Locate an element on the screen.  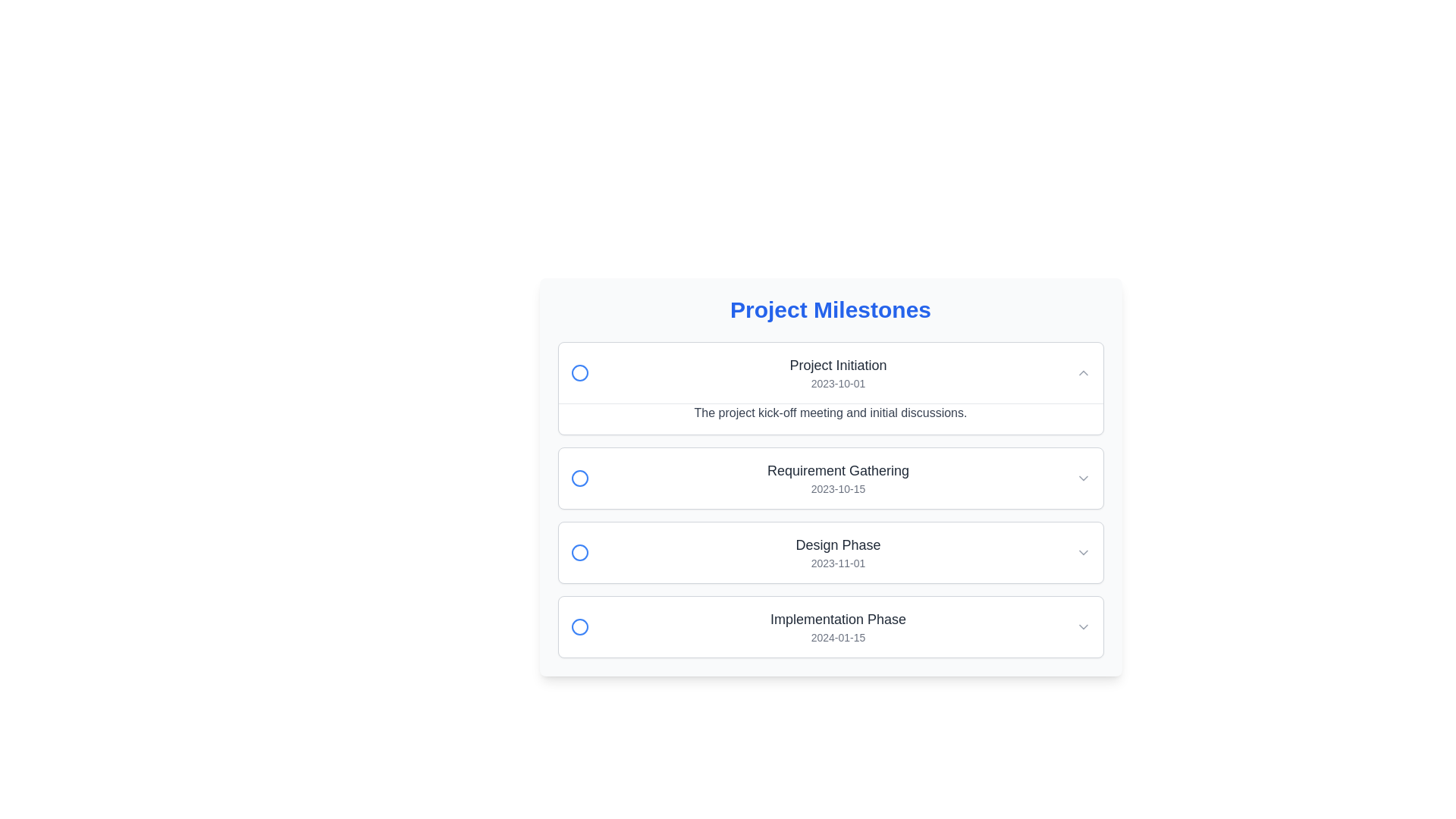
the circle shape within the SVG graphic that indicates the milestone for 'Project Initiation' located to the left of the text is located at coordinates (579, 373).